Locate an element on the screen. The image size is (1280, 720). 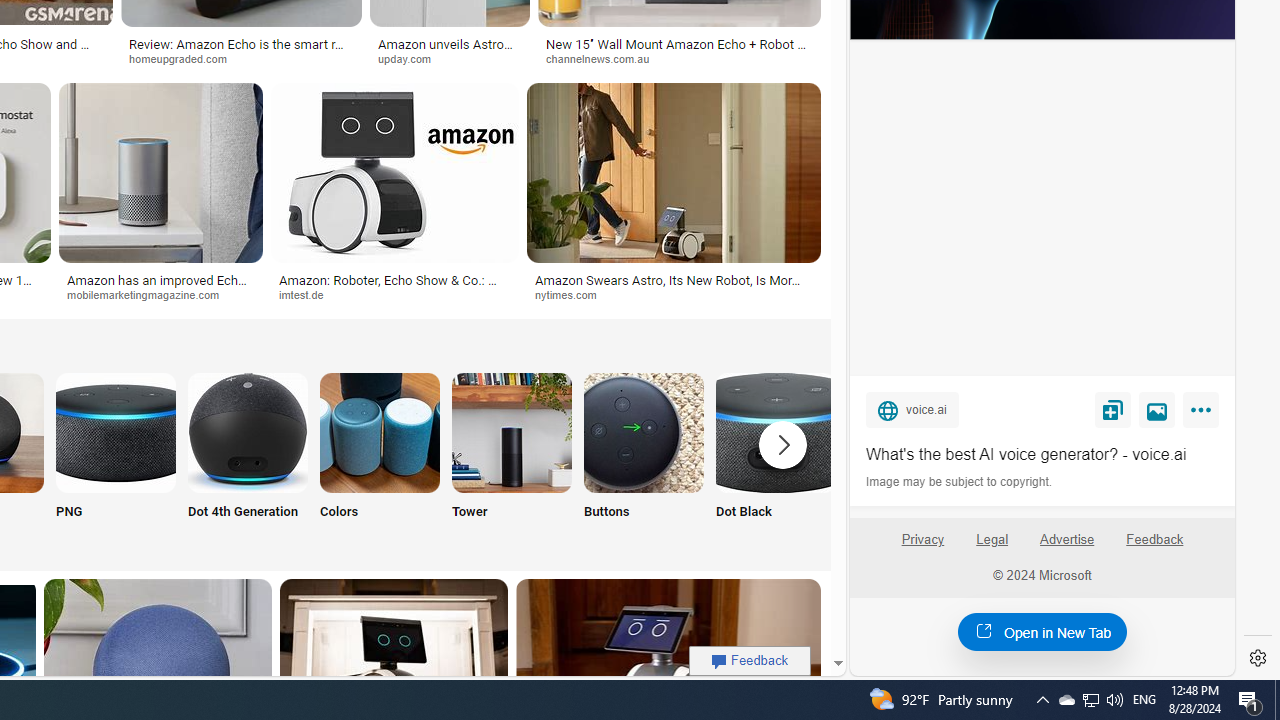
'channelnews.com.au' is located at coordinates (679, 58).